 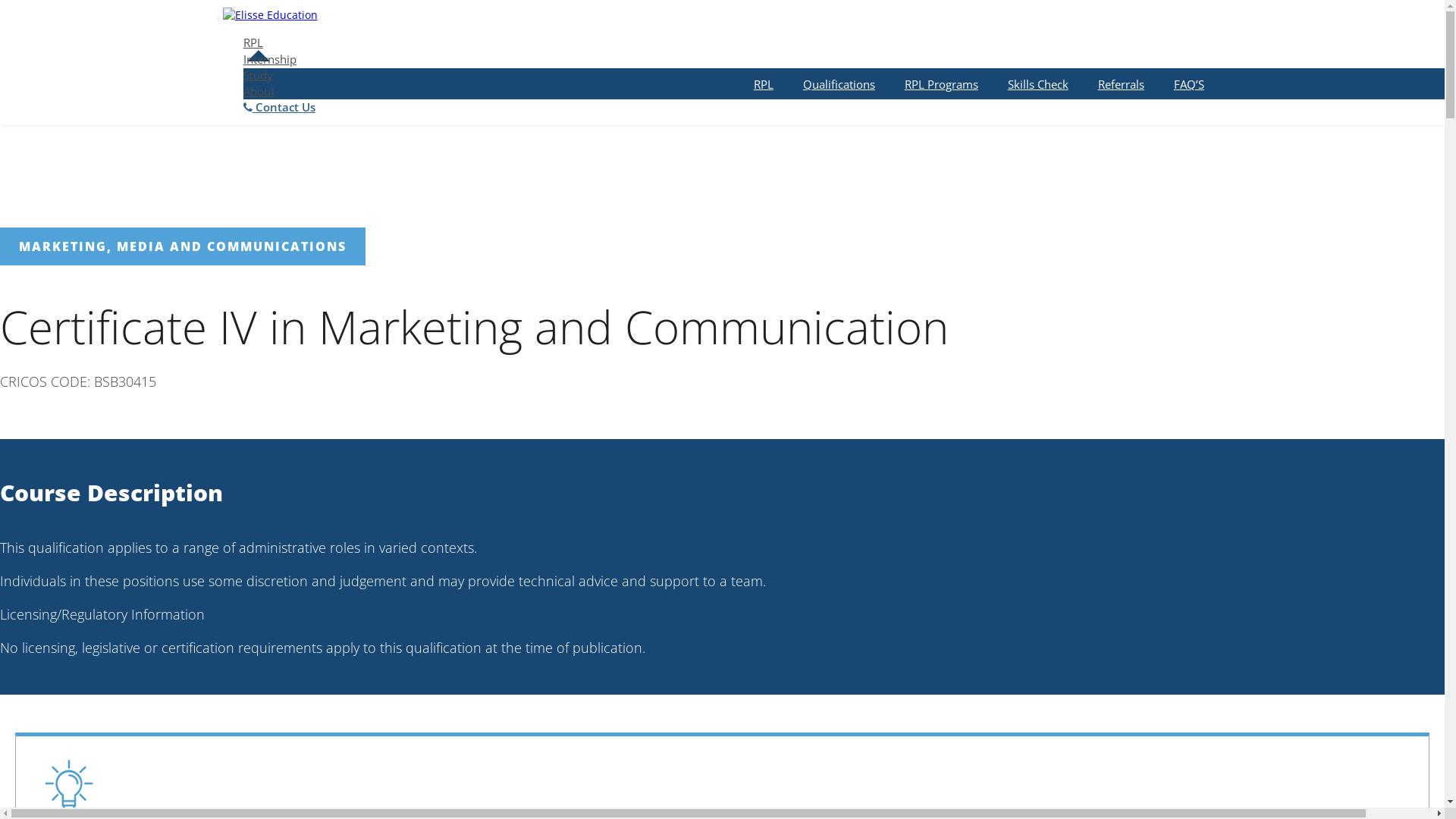 What do you see at coordinates (1037, 84) in the screenshot?
I see `'Skills Check'` at bounding box center [1037, 84].